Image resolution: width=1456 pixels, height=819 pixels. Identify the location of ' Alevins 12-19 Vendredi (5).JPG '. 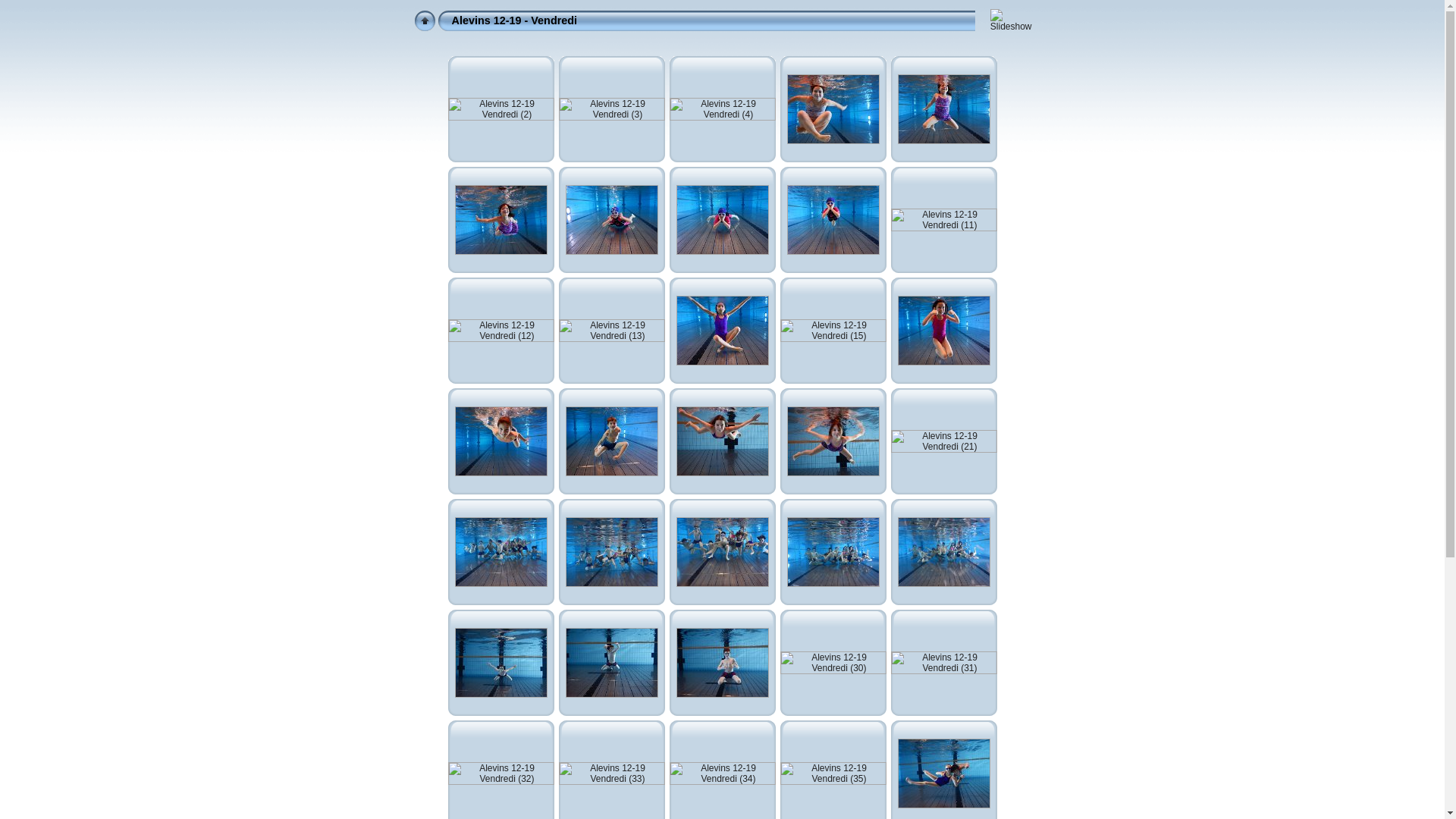
(833, 108).